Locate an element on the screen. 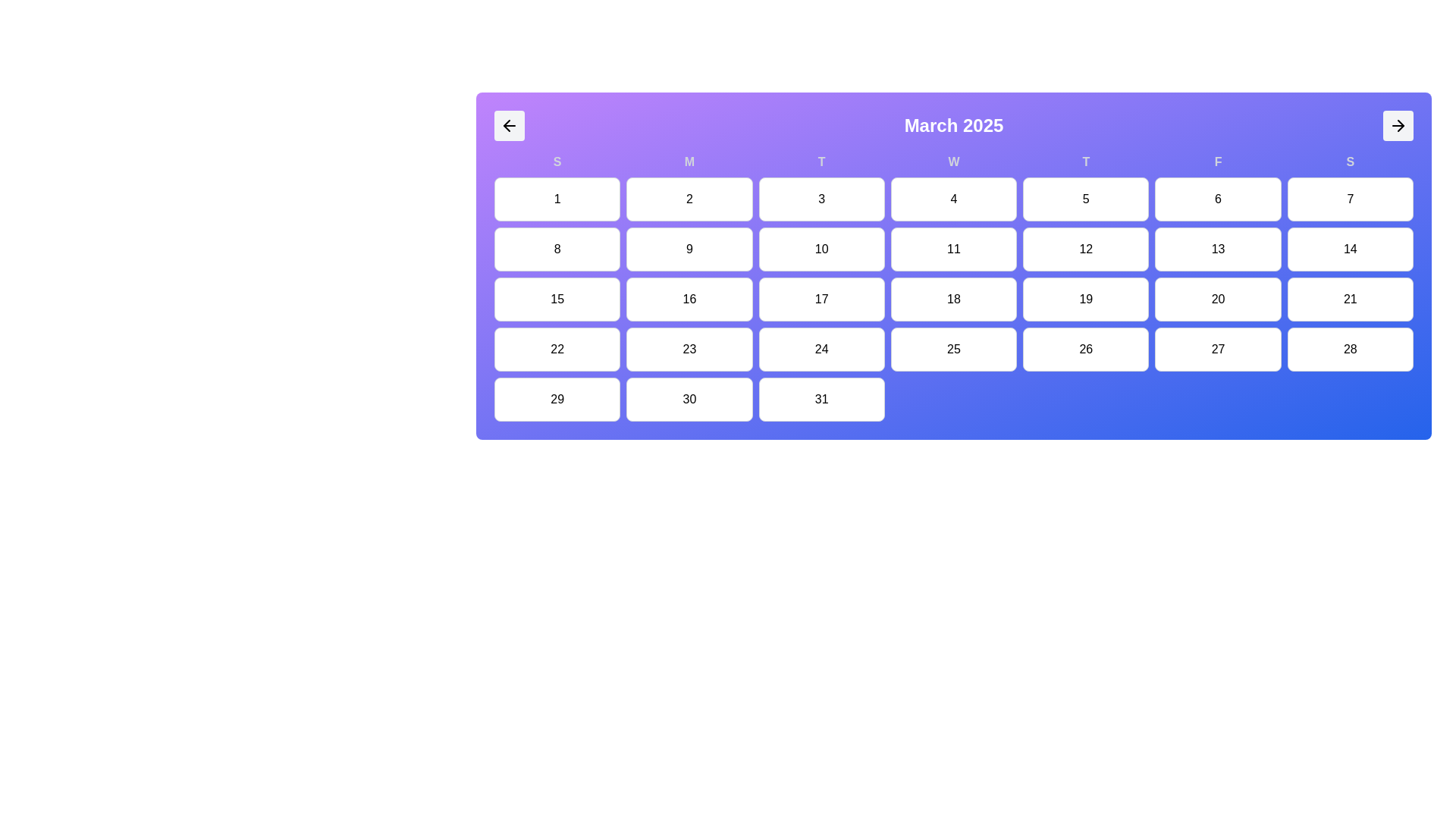  the Calendar day tile labeled '29', which is a rectangular tile with a white background and rounded corners, located in the last row of the calendar grid is located at coordinates (557, 399).